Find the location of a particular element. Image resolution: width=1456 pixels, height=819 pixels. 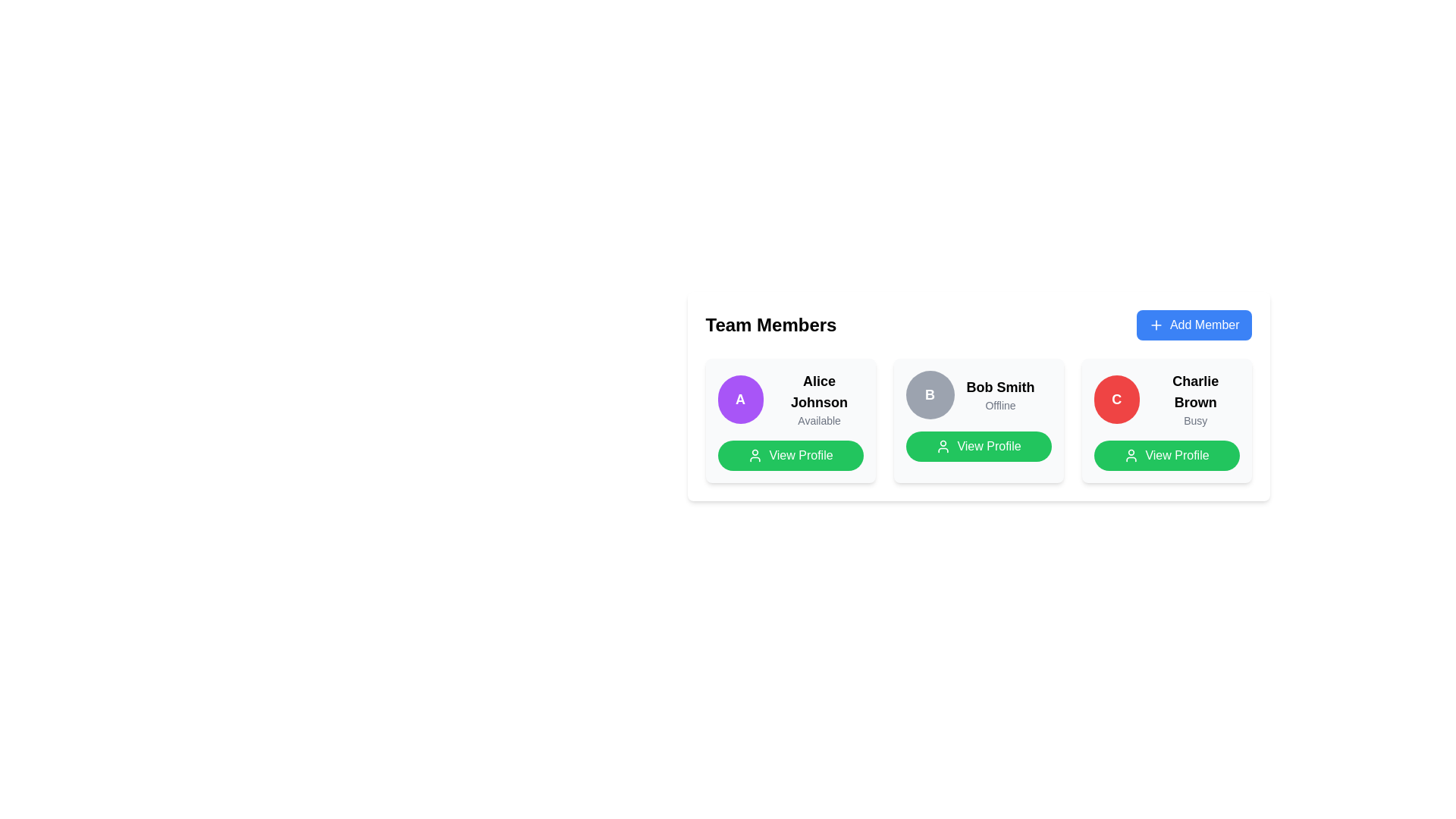

the text label displaying 'Available' in gray, located beneath 'Alice Johnson' in the 'Team Members' section of the profile card layout is located at coordinates (818, 421).